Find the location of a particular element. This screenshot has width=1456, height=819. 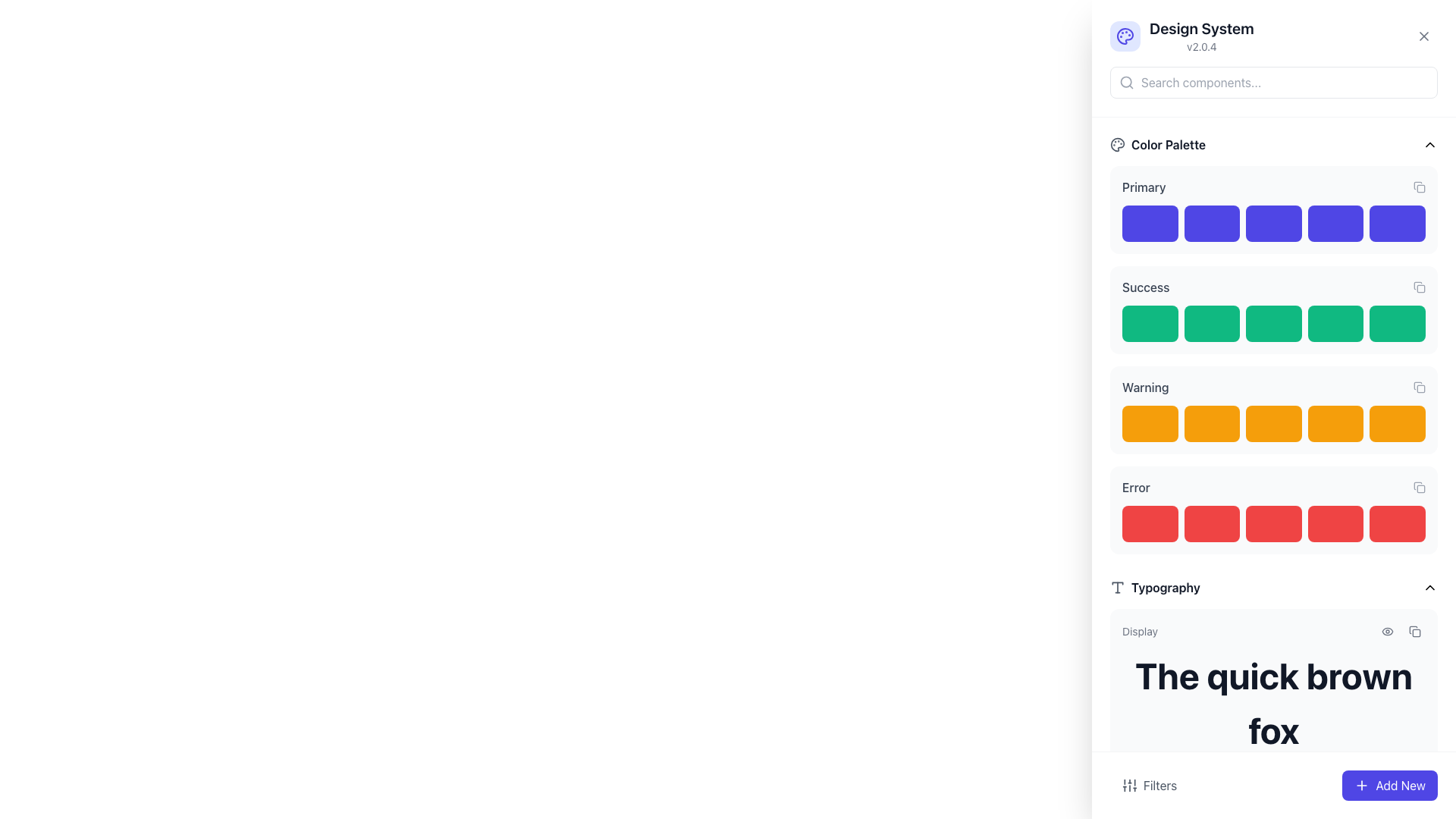

the second red block is located at coordinates (1211, 522).